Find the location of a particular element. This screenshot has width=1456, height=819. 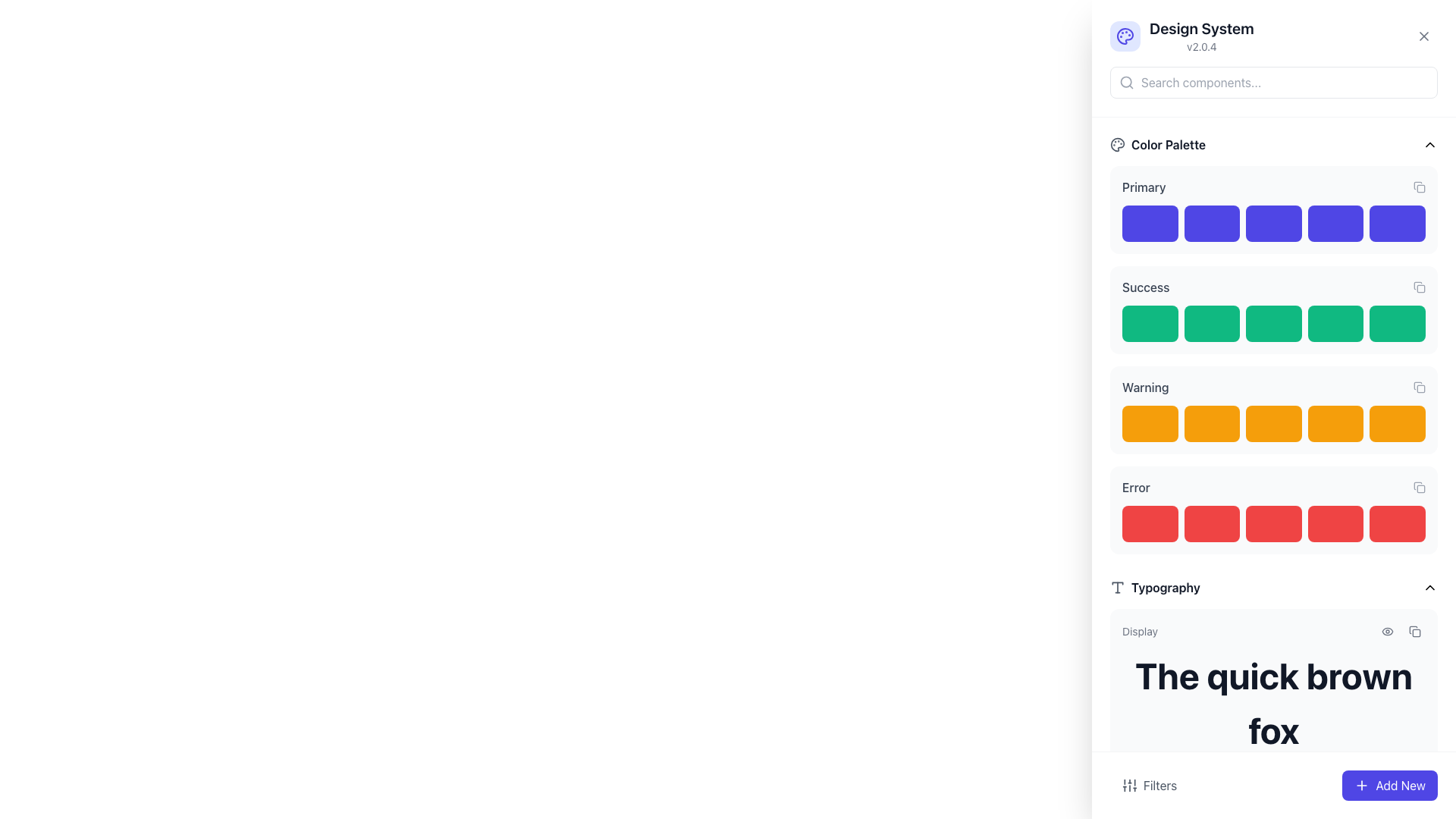

the second red block is located at coordinates (1211, 522).